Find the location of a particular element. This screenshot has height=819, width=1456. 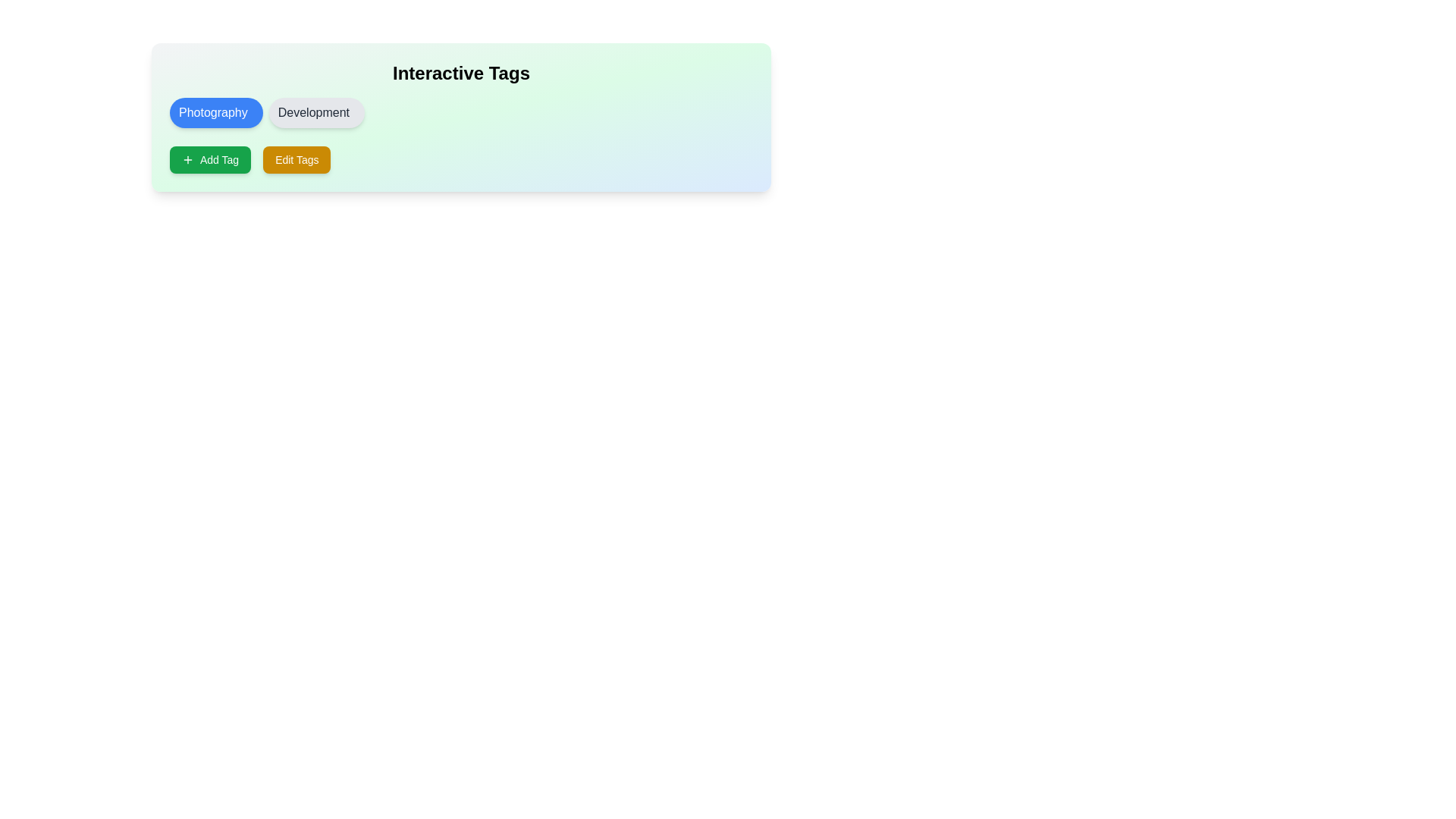

the leftmost button in the 'Interactive Tags' section, which represents the 'Photography' category is located at coordinates (215, 112).